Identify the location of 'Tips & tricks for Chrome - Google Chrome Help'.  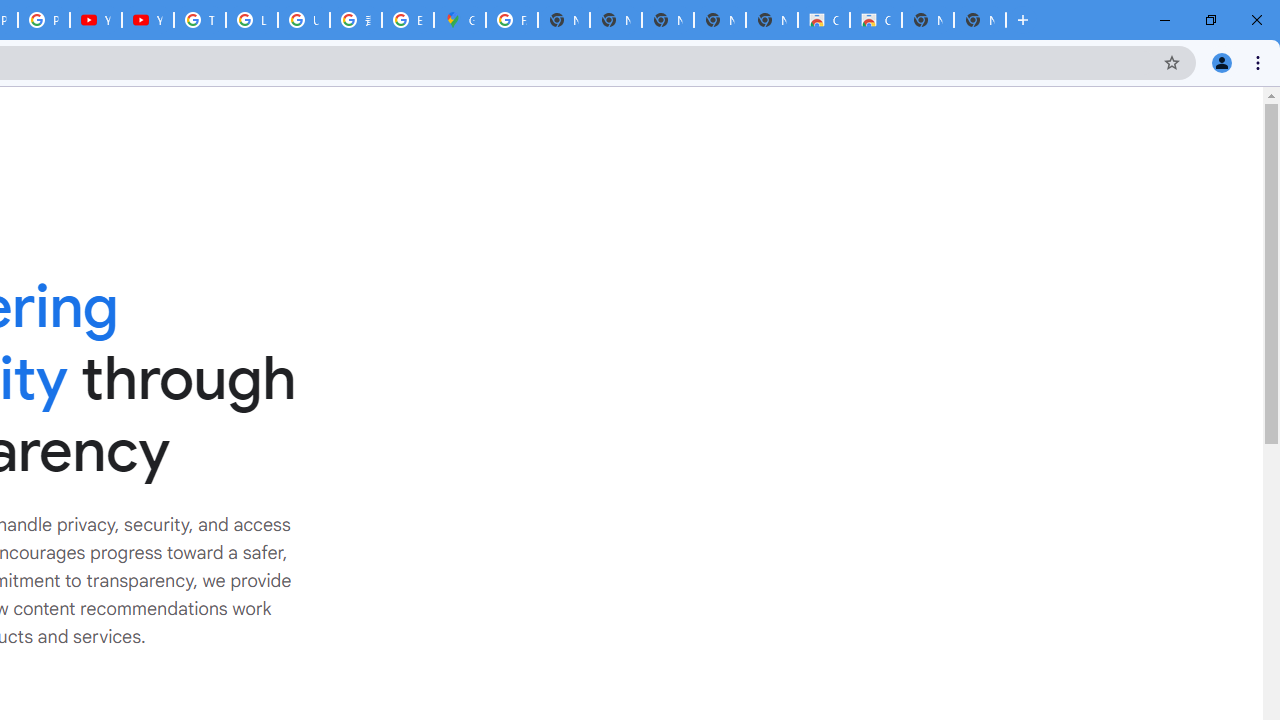
(200, 20).